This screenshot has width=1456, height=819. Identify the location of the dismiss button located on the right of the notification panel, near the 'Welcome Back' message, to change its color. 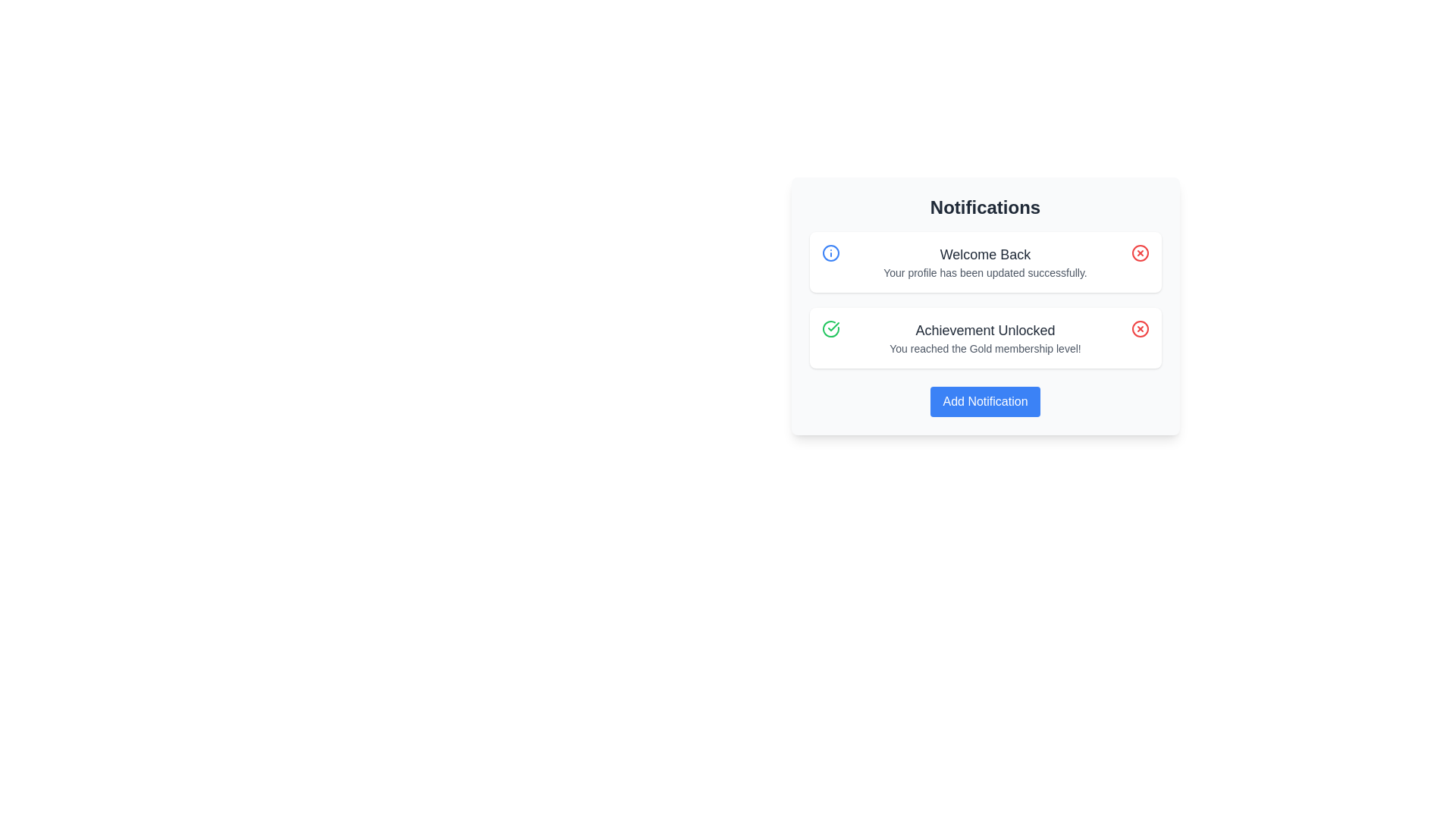
(1140, 253).